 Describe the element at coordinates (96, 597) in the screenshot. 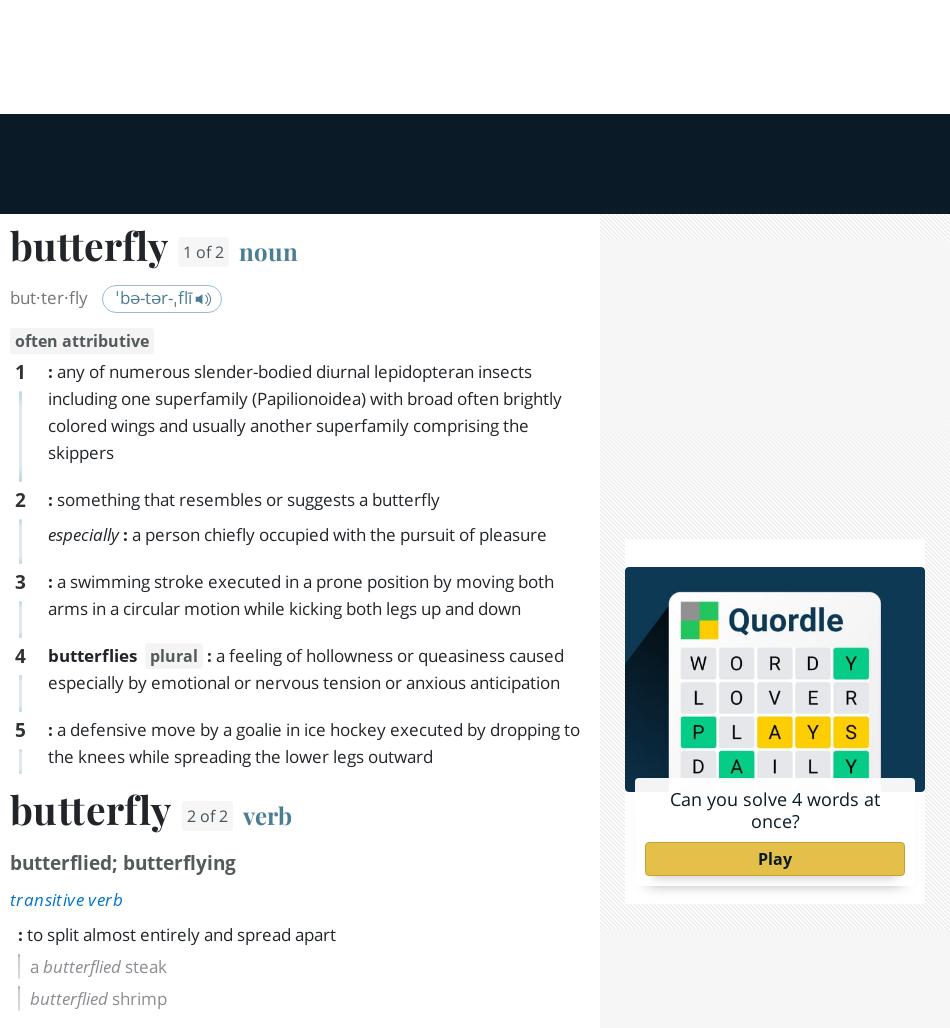

I see `'Britannica English:'` at that location.